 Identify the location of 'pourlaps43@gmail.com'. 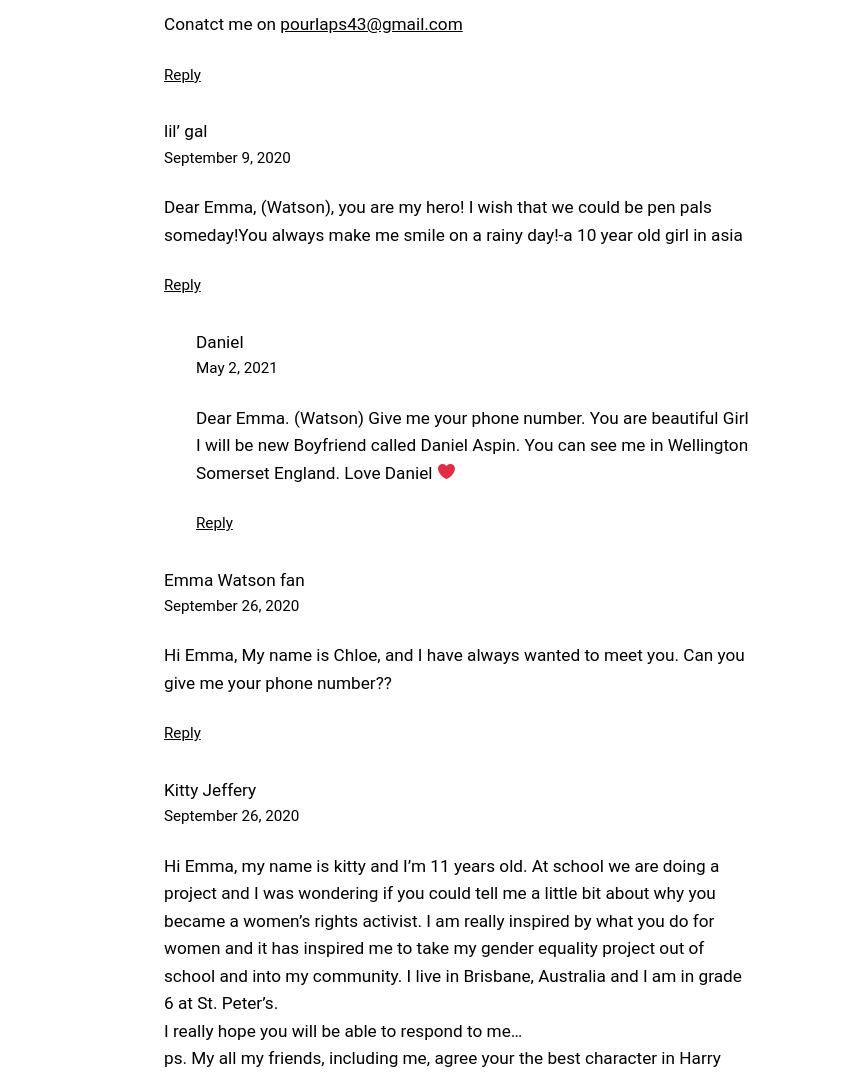
(278, 22).